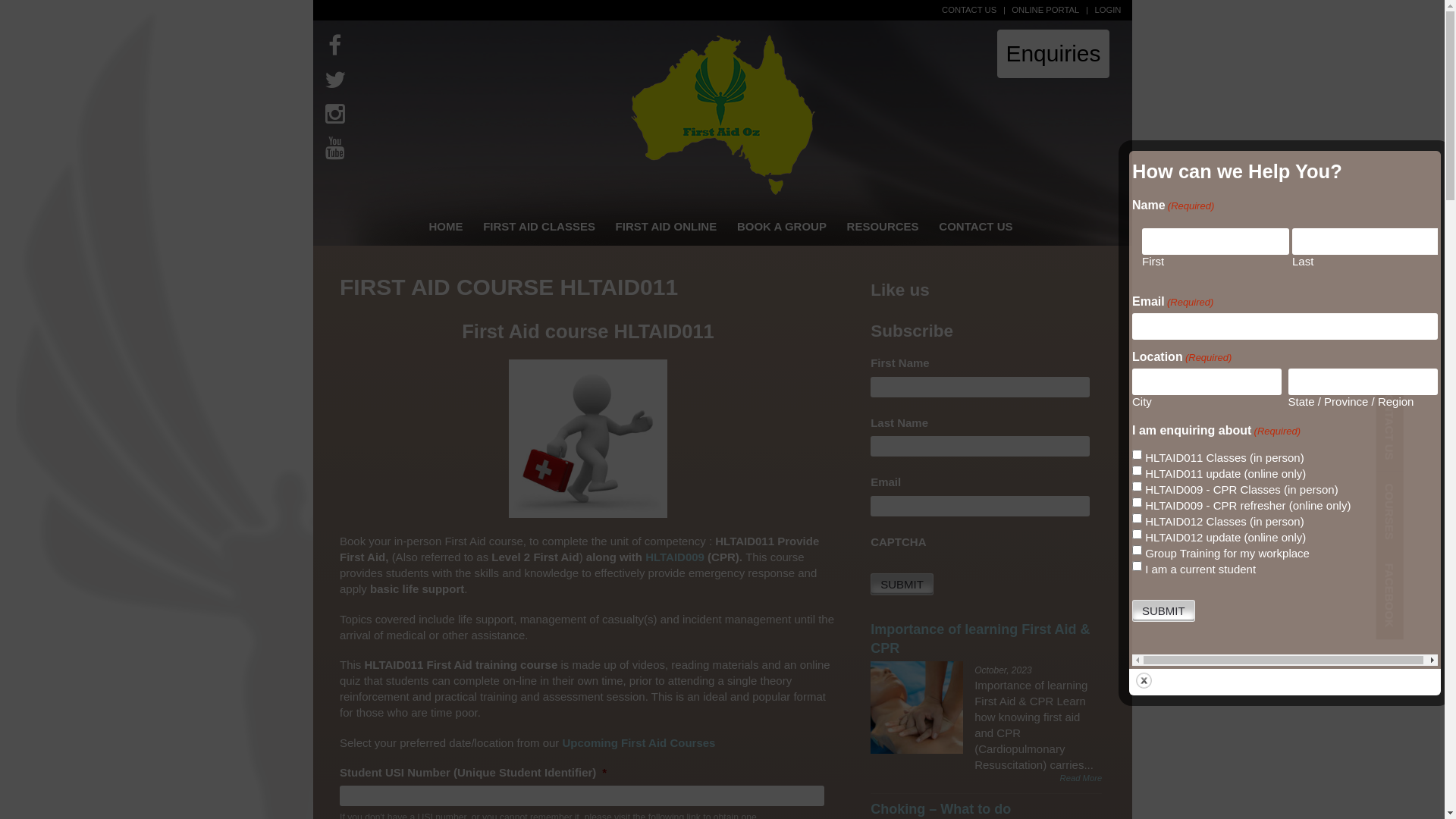  Describe the element at coordinates (1104, 9) in the screenshot. I see `'LOGIN'` at that location.